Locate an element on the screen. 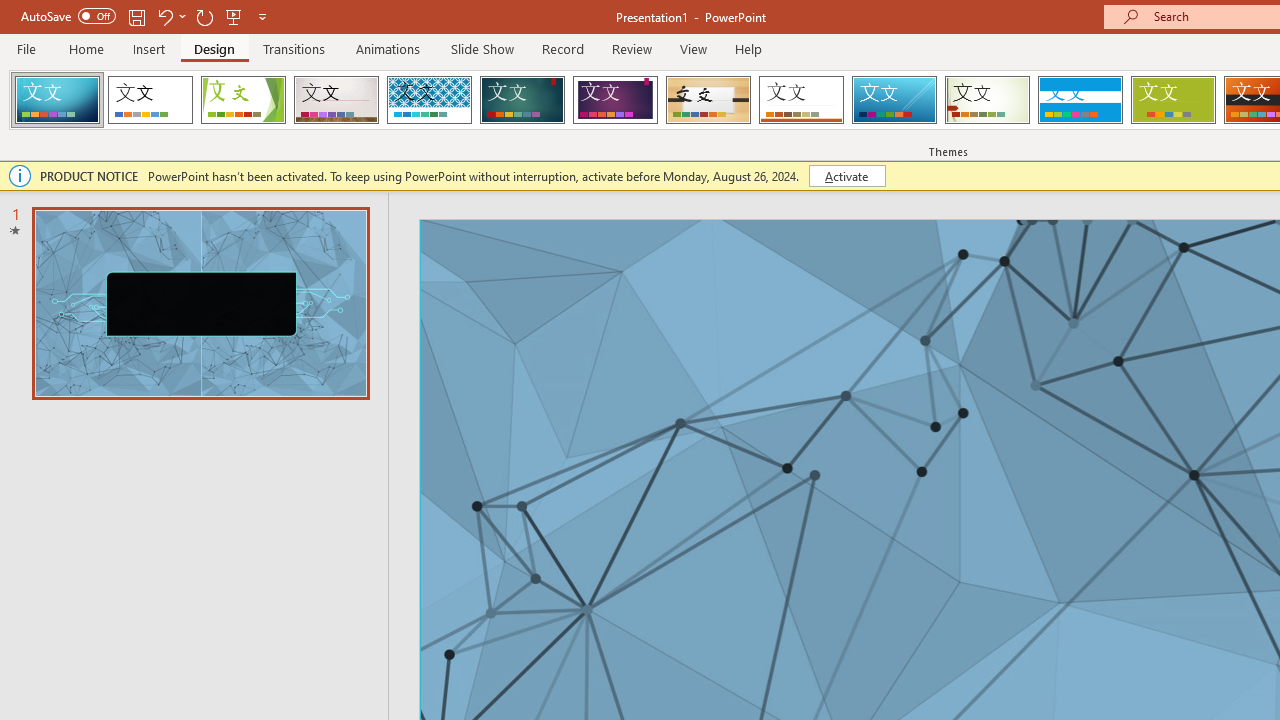 Image resolution: width=1280 pixels, height=720 pixels. 'Retrospect' is located at coordinates (801, 100).